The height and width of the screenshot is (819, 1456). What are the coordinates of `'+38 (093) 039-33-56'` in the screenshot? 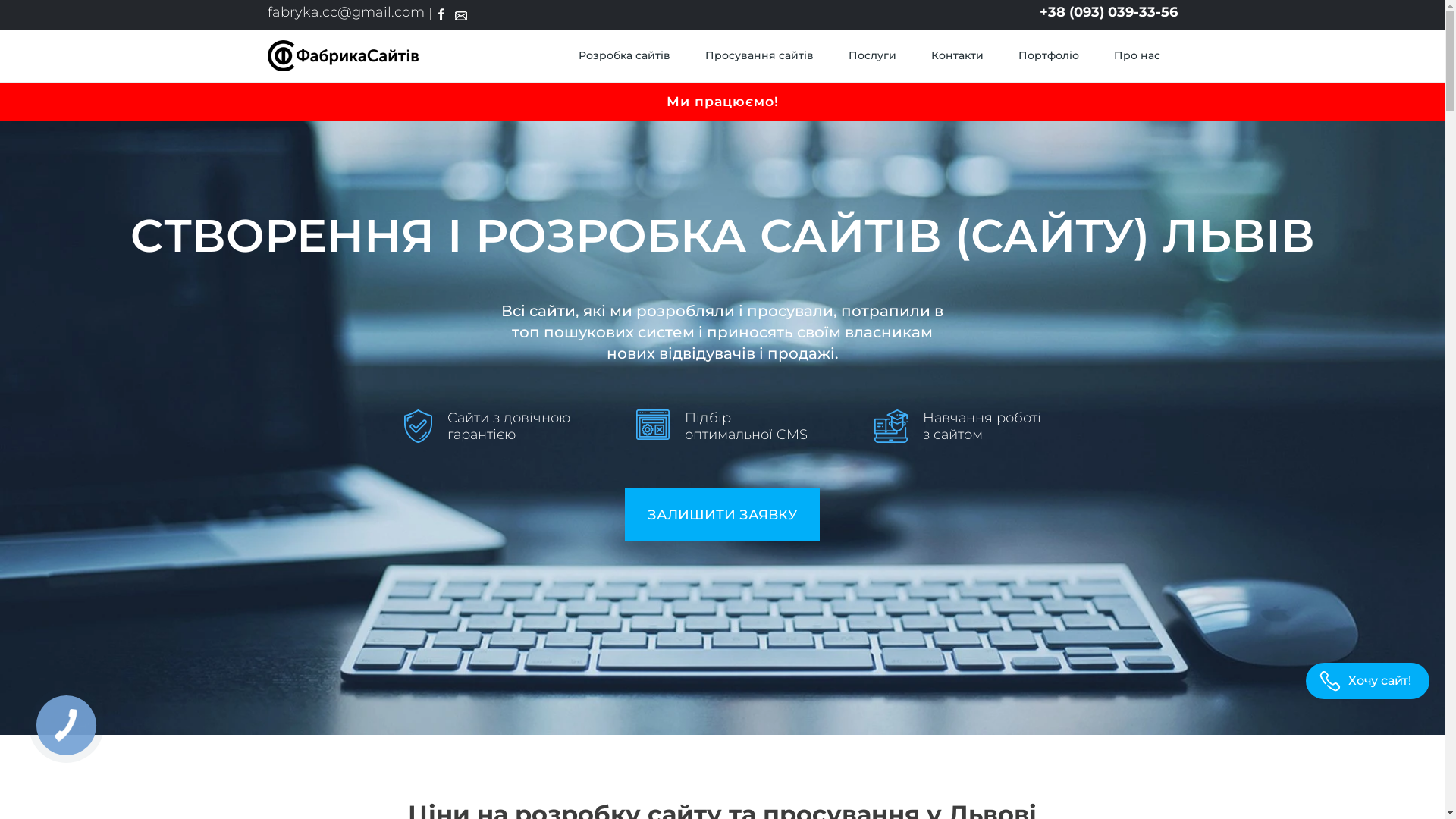 It's located at (1037, 11).